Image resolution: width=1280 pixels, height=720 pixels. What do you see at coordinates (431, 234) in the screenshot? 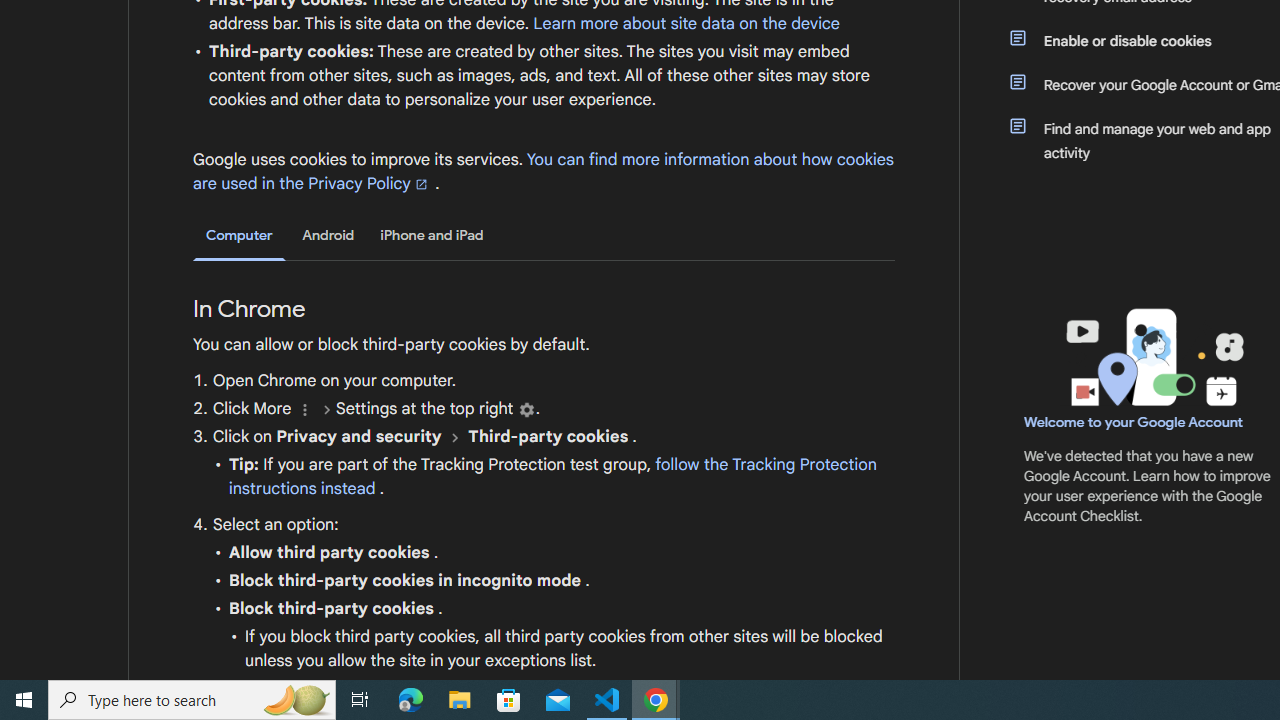
I see `'iPhone and iPad'` at bounding box center [431, 234].